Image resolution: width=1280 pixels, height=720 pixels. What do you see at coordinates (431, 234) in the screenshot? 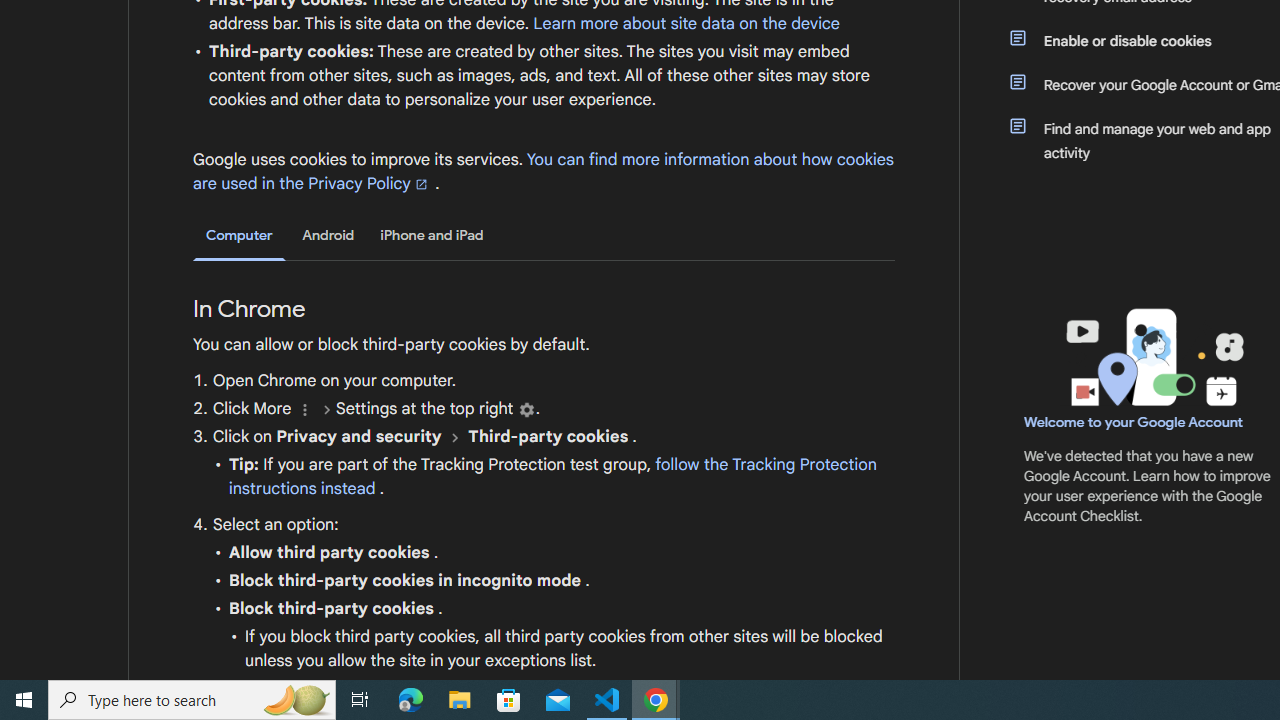
I see `'iPhone and iPad'` at bounding box center [431, 234].